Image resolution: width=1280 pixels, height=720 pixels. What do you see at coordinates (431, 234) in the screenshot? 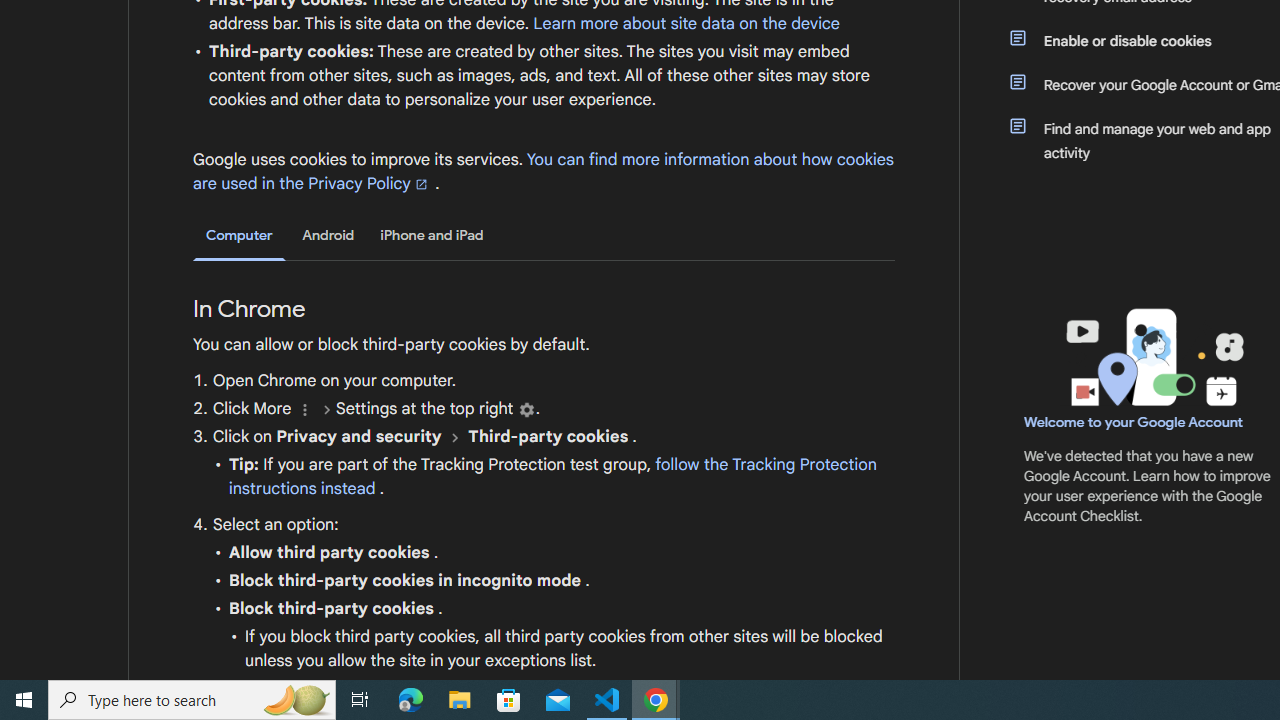
I see `'iPhone and iPad'` at bounding box center [431, 234].